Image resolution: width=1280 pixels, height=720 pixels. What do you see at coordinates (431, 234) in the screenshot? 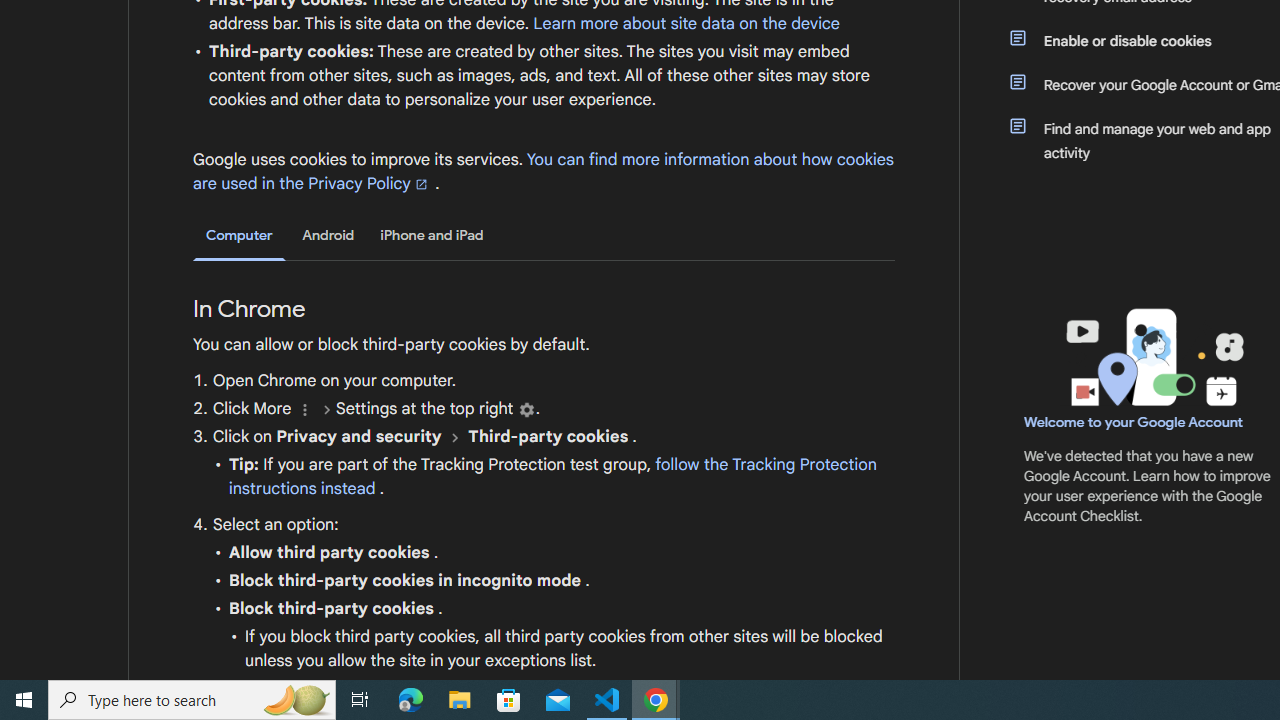
I see `'iPhone and iPad'` at bounding box center [431, 234].